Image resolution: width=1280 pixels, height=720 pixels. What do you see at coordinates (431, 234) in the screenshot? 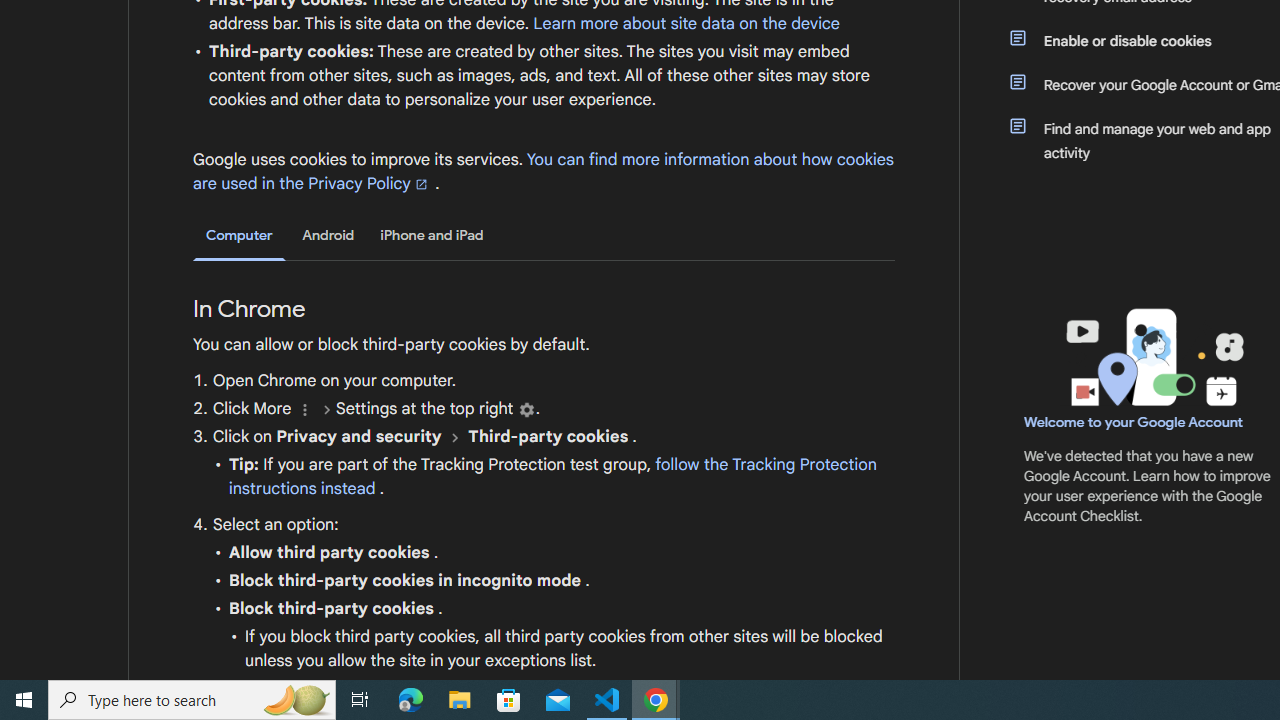
I see `'iPhone and iPad'` at bounding box center [431, 234].